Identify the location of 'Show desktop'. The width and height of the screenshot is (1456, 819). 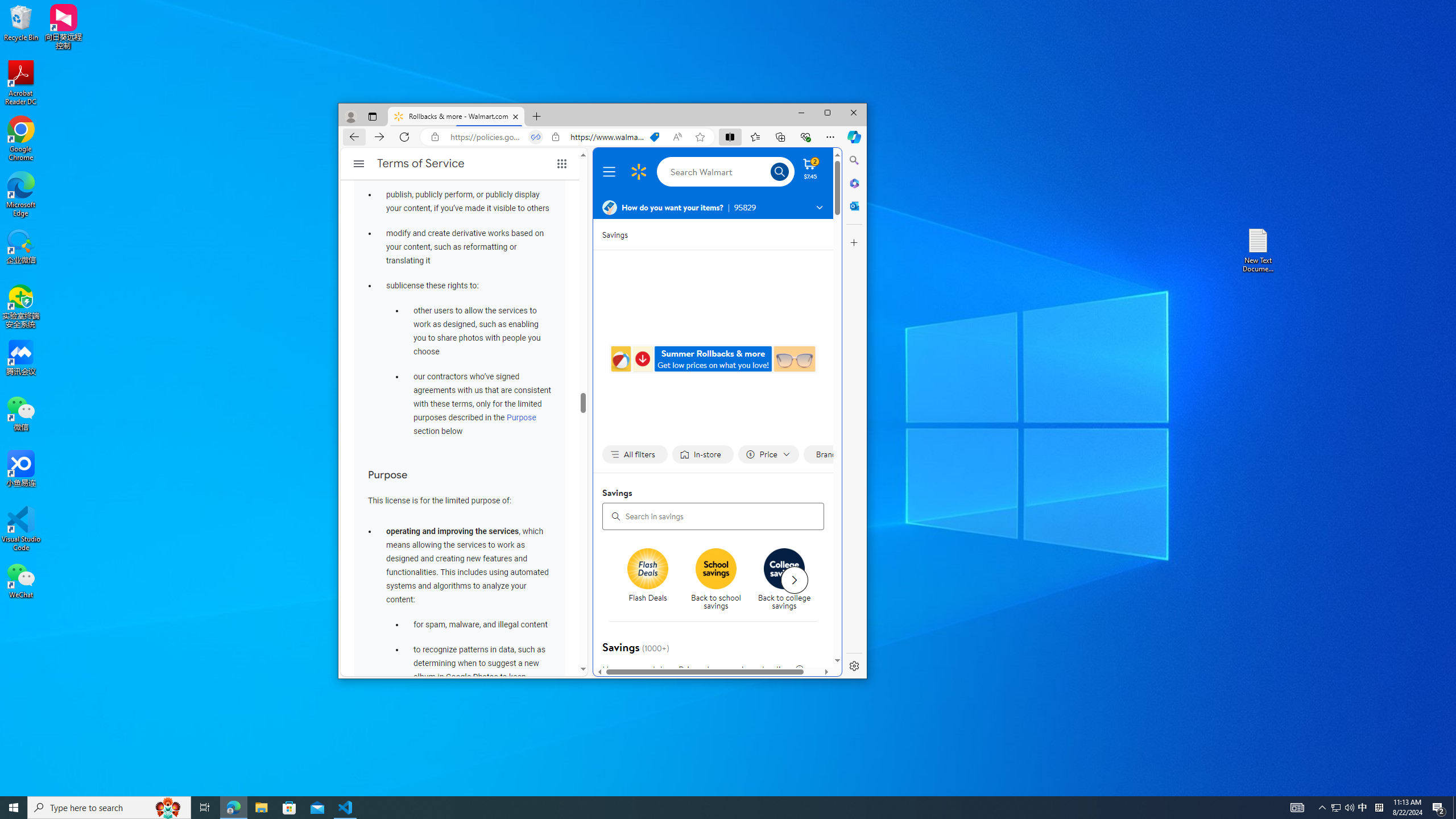
(1454, 806).